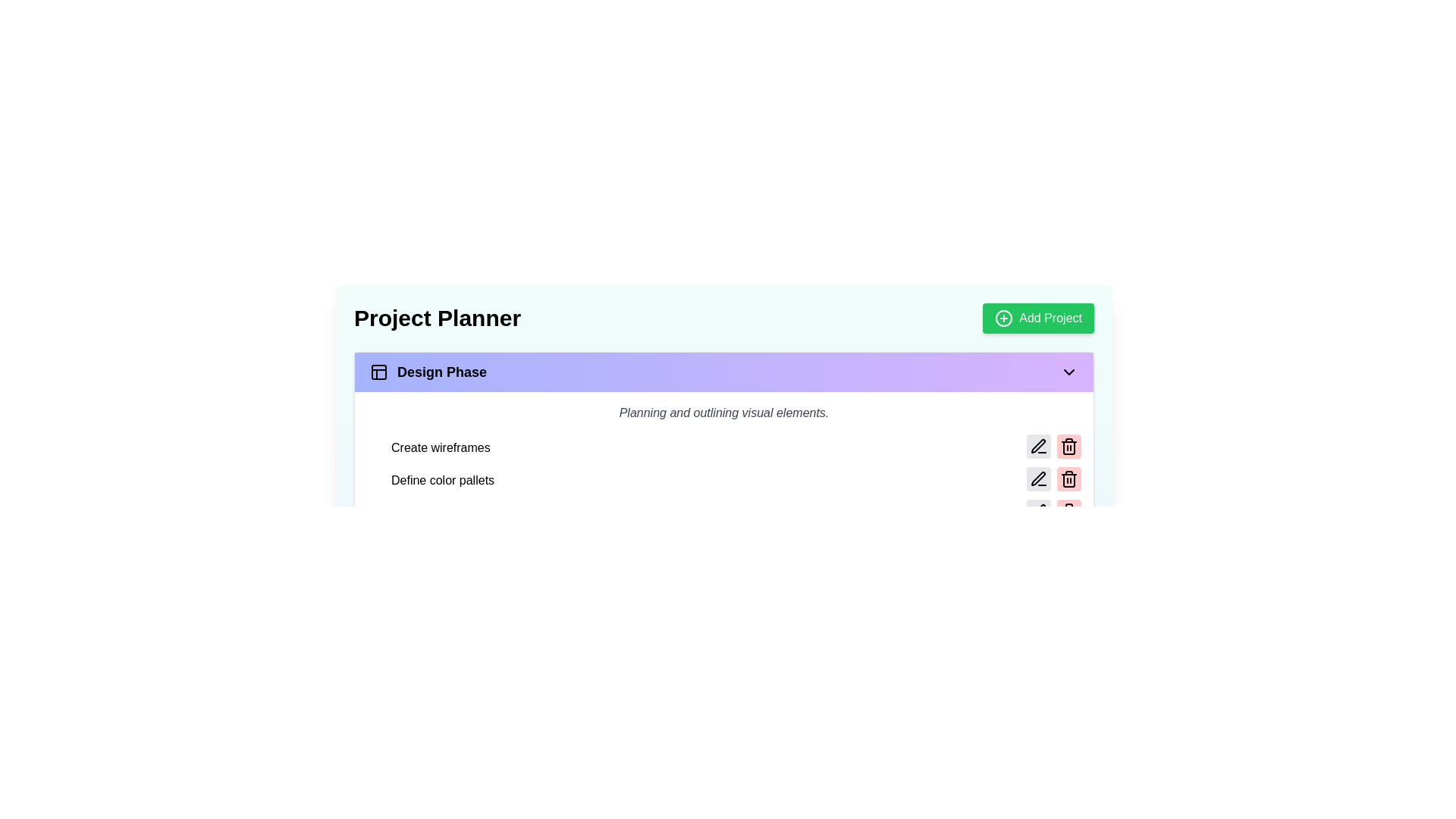 This screenshot has height=819, width=1456. I want to click on the delete button with a trash can icon, so click(1068, 512).